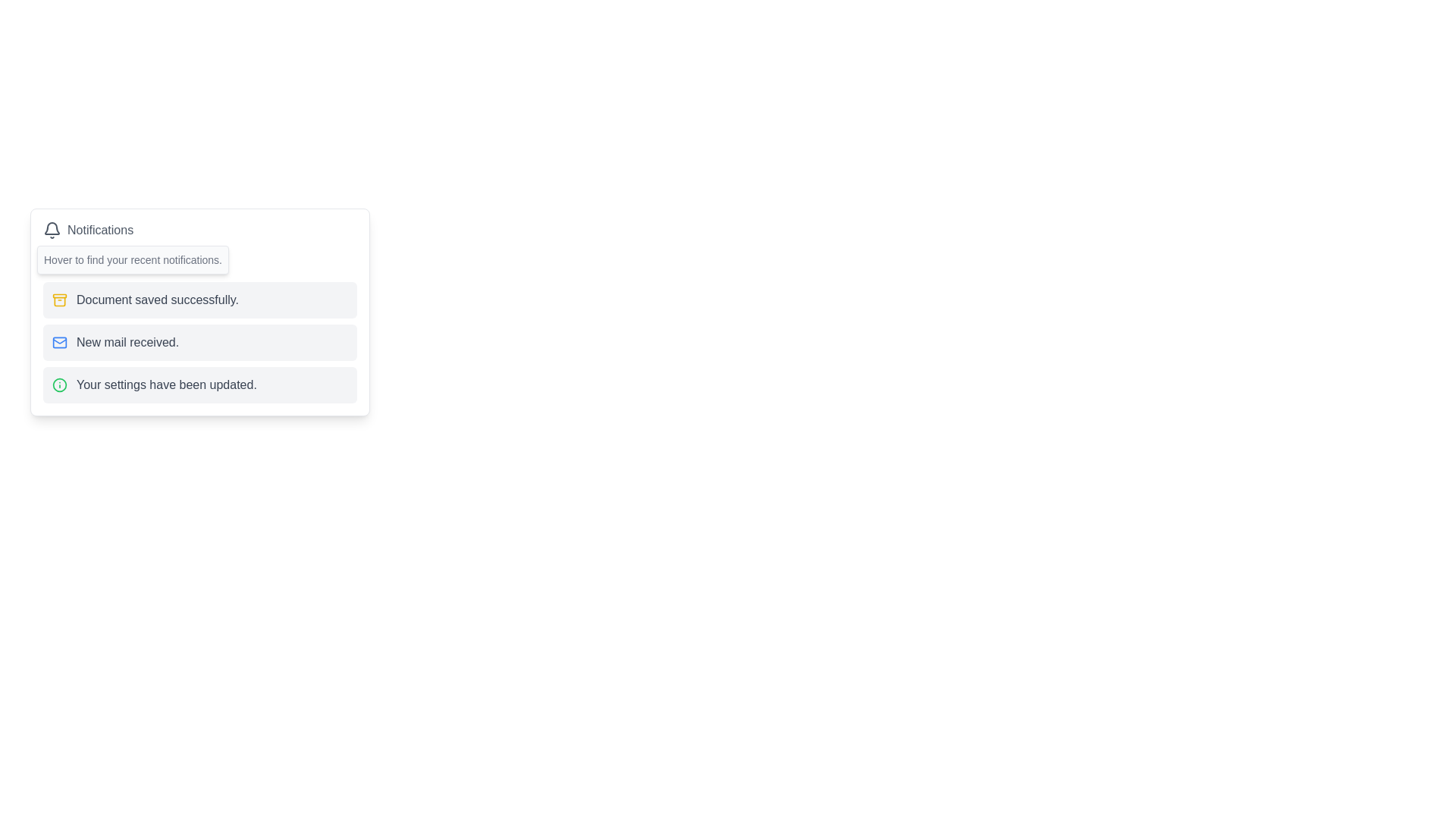 This screenshot has width=1456, height=819. I want to click on the envelope icon with a blue outline located on the left side of the notification item that reads 'New mail received.', so click(59, 342).